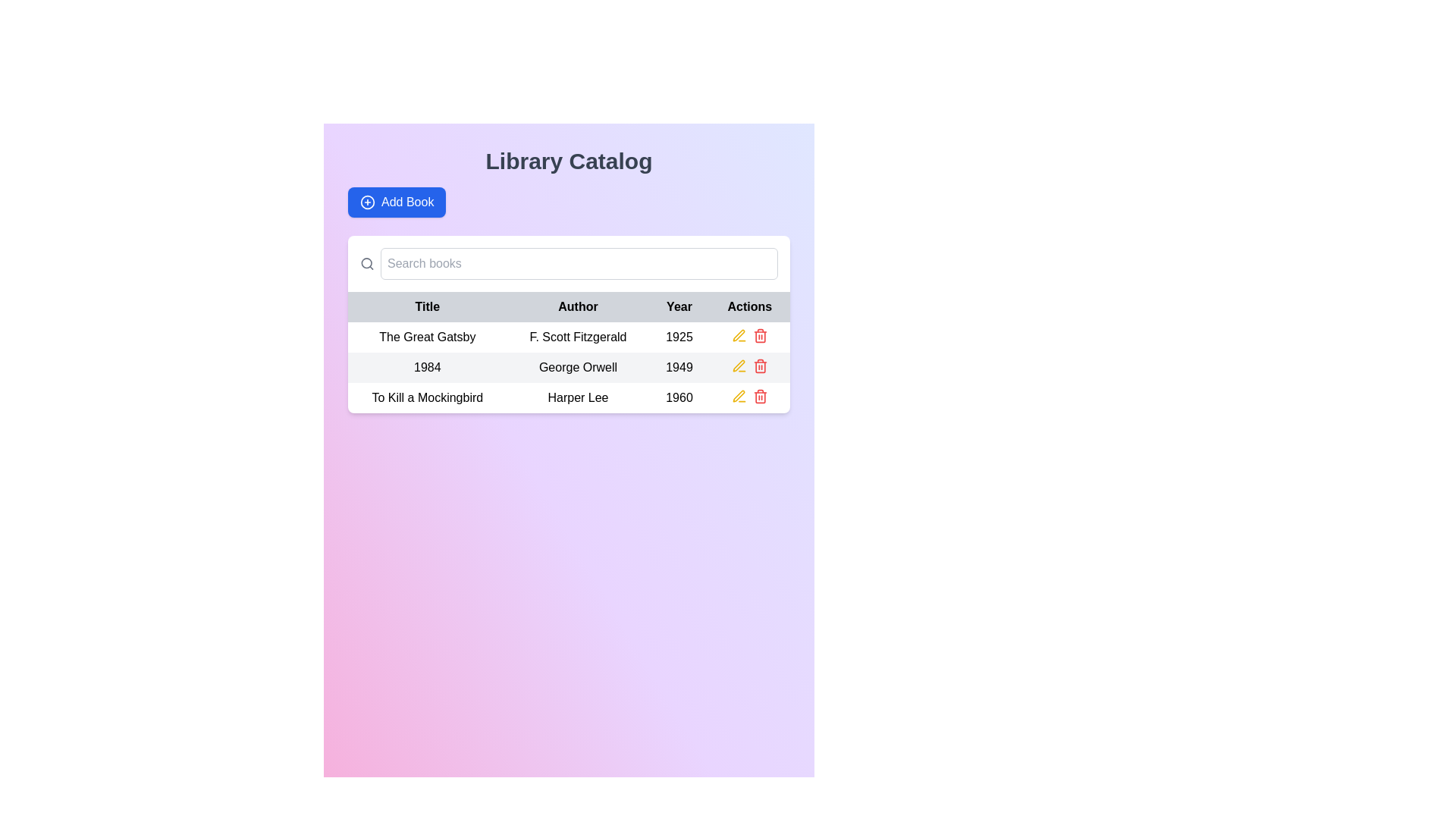 Image resolution: width=1456 pixels, height=819 pixels. What do you see at coordinates (749, 366) in the screenshot?
I see `the Action group containing the edit and delete buttons for the book '1984' by George Orwell` at bounding box center [749, 366].